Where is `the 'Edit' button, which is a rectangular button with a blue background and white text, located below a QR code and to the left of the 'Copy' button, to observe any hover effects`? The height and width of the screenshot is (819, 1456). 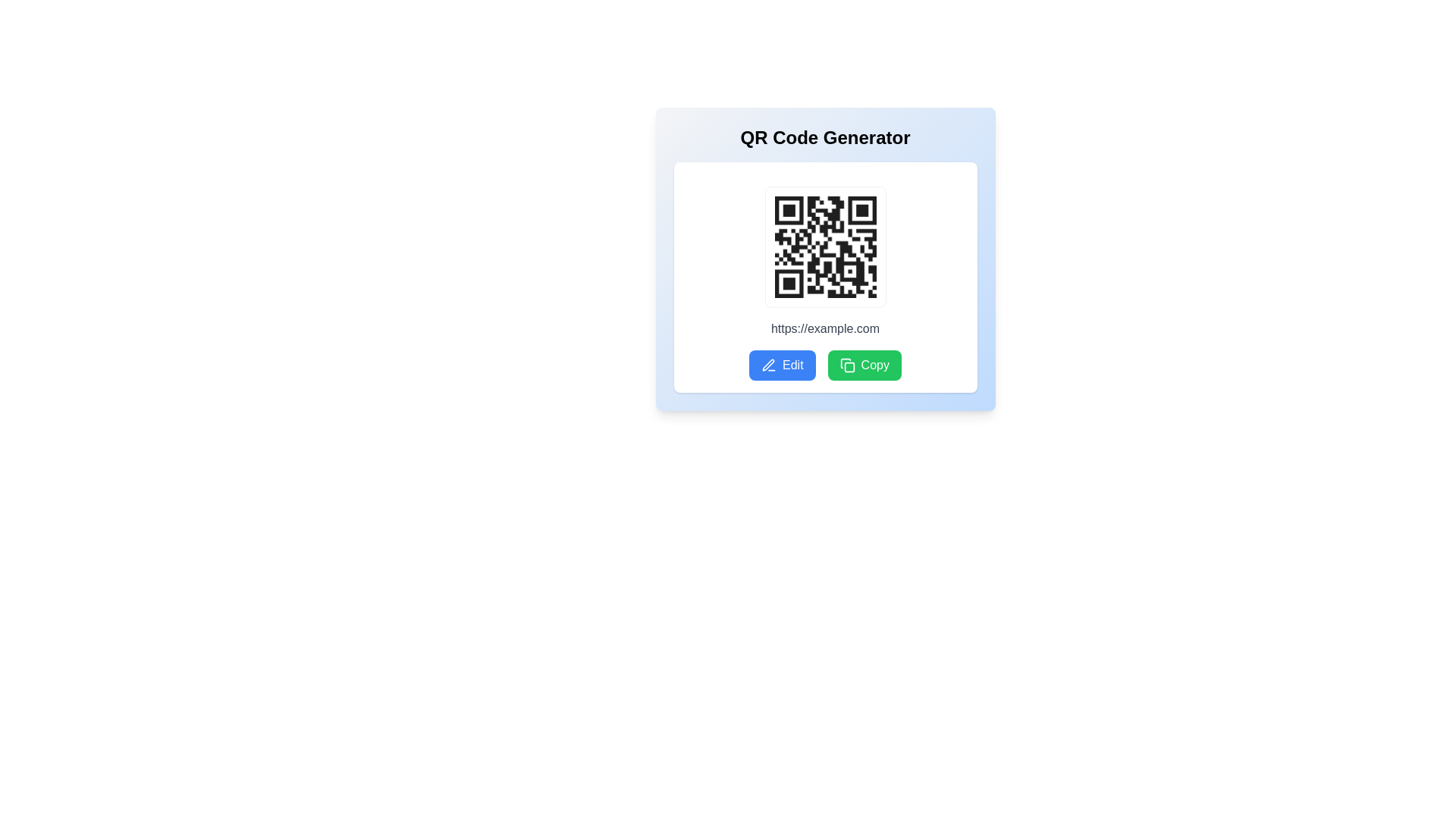 the 'Edit' button, which is a rectangular button with a blue background and white text, located below a QR code and to the left of the 'Copy' button, to observe any hover effects is located at coordinates (782, 366).